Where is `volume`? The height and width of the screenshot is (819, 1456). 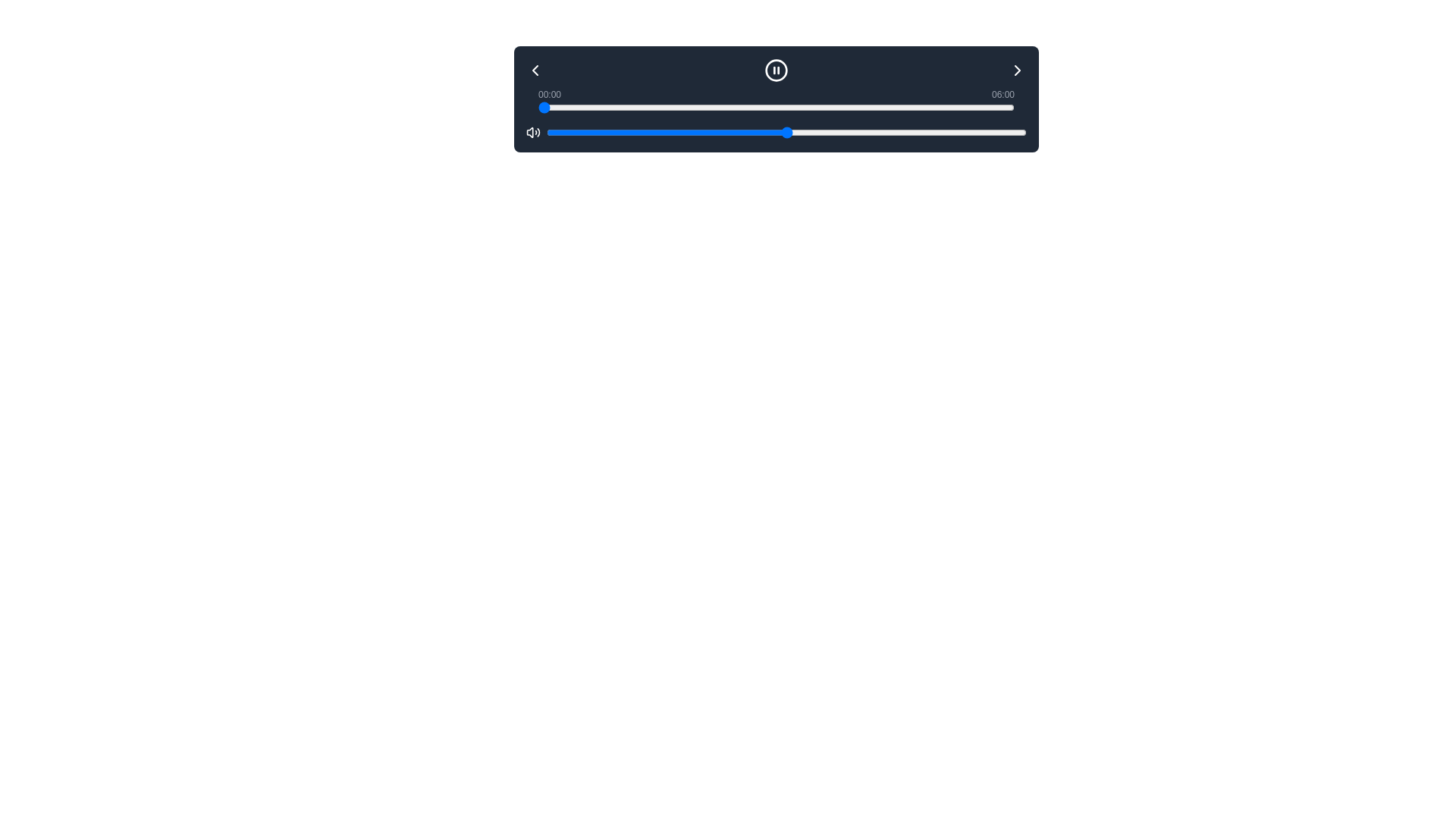 volume is located at coordinates (648, 131).